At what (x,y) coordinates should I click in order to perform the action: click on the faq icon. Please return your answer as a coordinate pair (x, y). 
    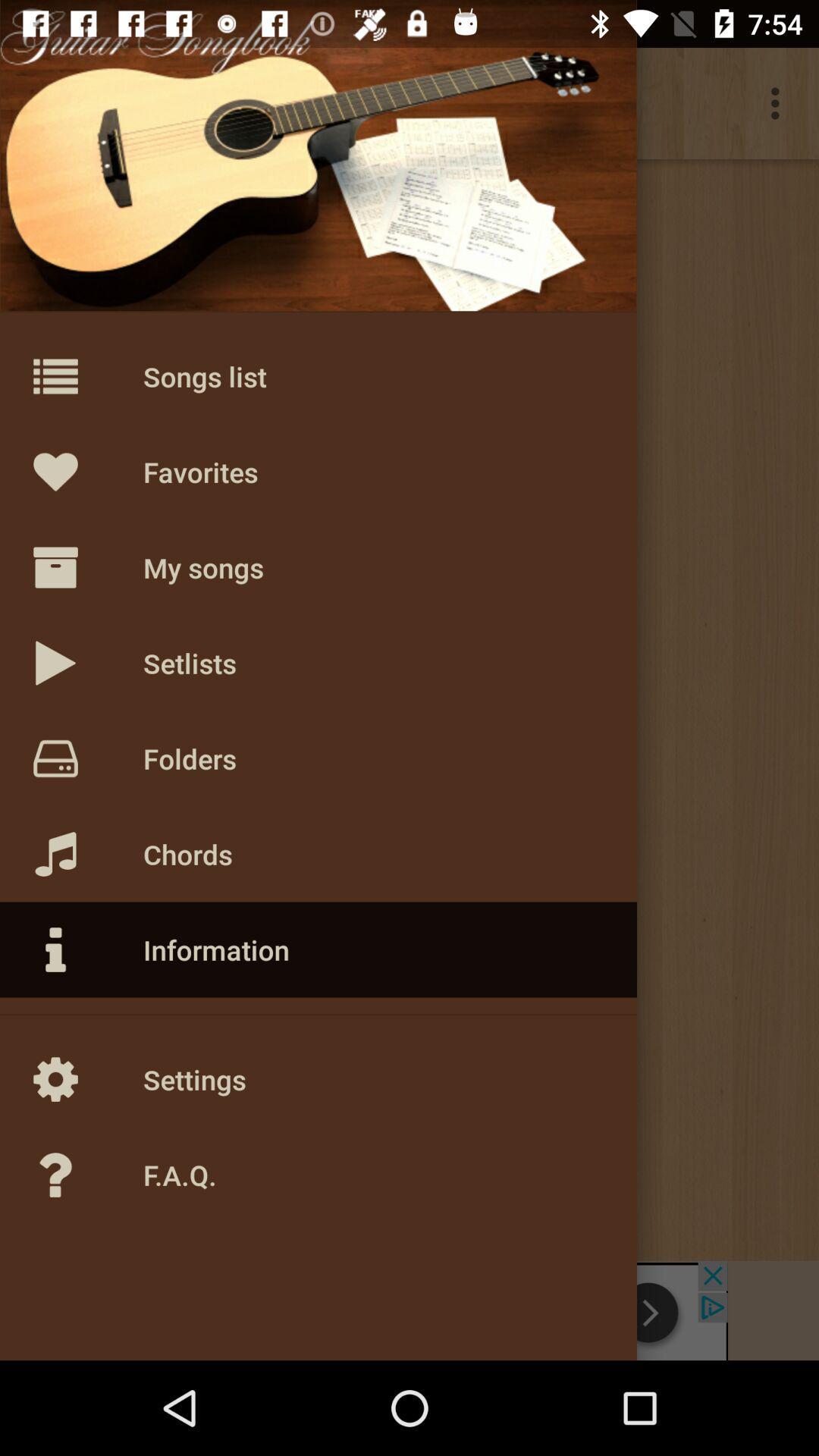
    Looking at the image, I should click on (87, 1175).